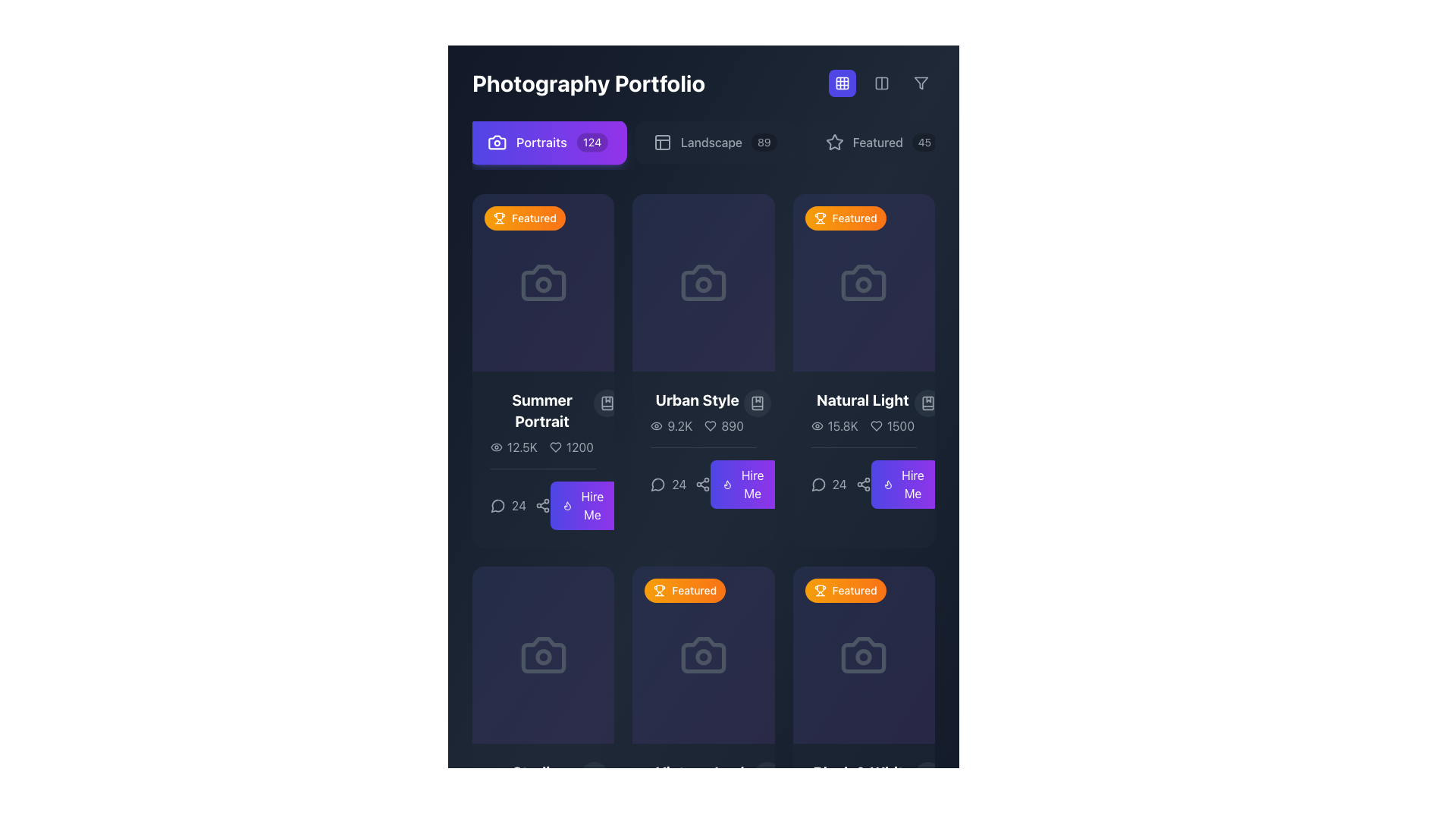 The height and width of the screenshot is (819, 1456). I want to click on the star icon, which is a minimalistic outline design in light gray, located to the left of the text 'Featured' in the top menu bar, so click(833, 143).